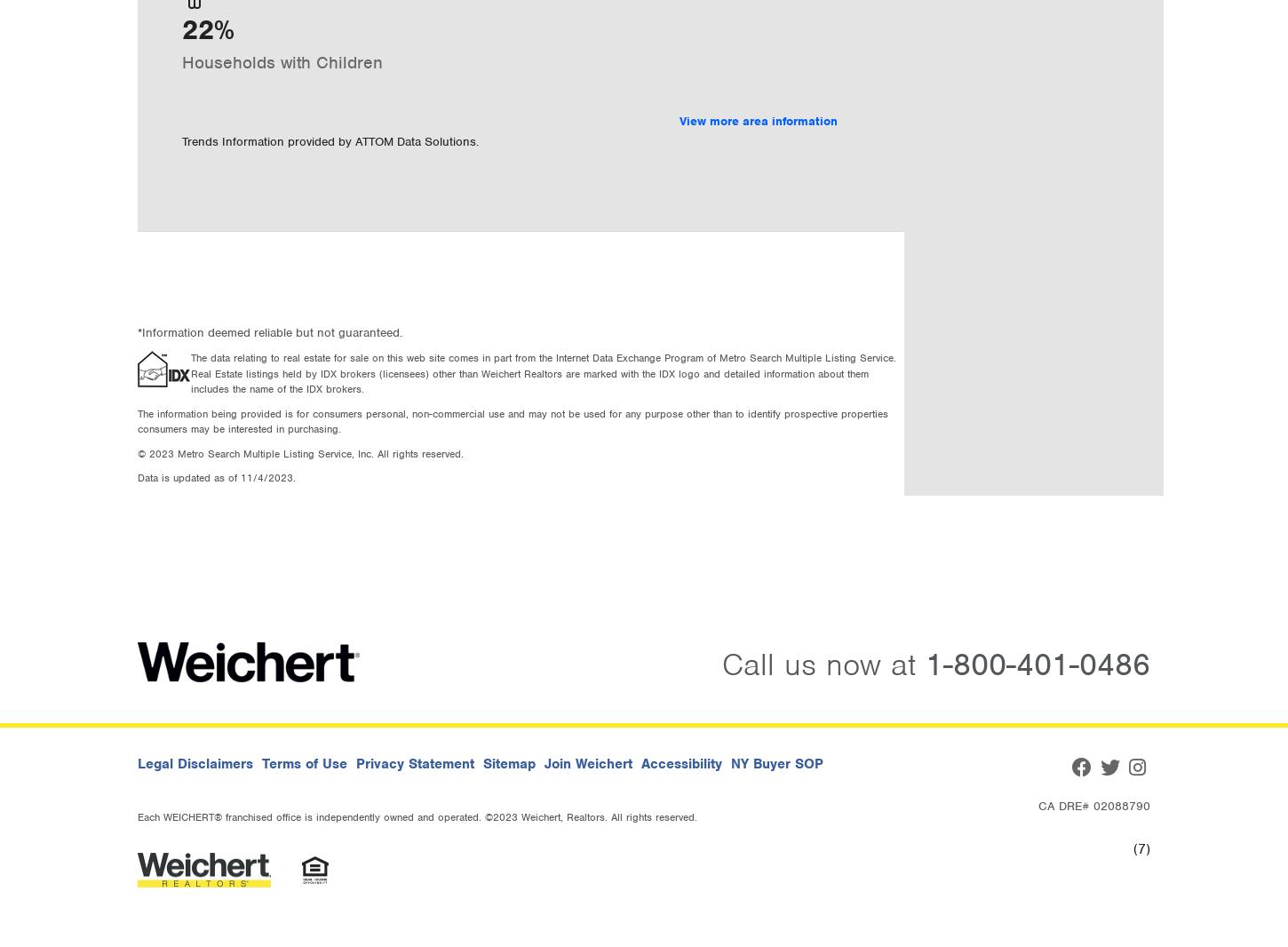 Image resolution: width=1288 pixels, height=947 pixels. Describe the element at coordinates (217, 477) in the screenshot. I see `'Data is updated as of 11/4/2023.'` at that location.